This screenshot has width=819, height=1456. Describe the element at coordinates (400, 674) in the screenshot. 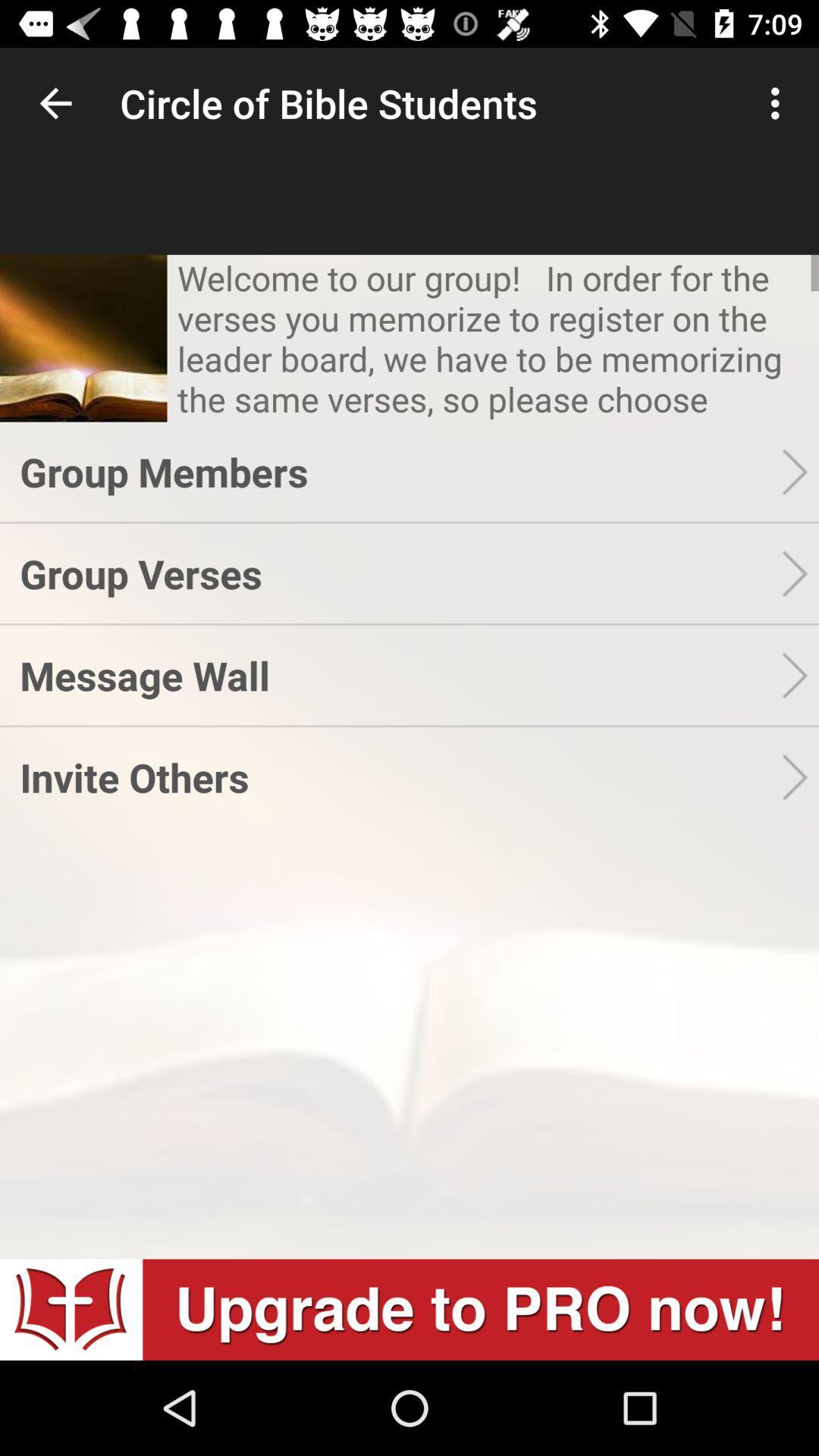

I see `message wall item` at that location.